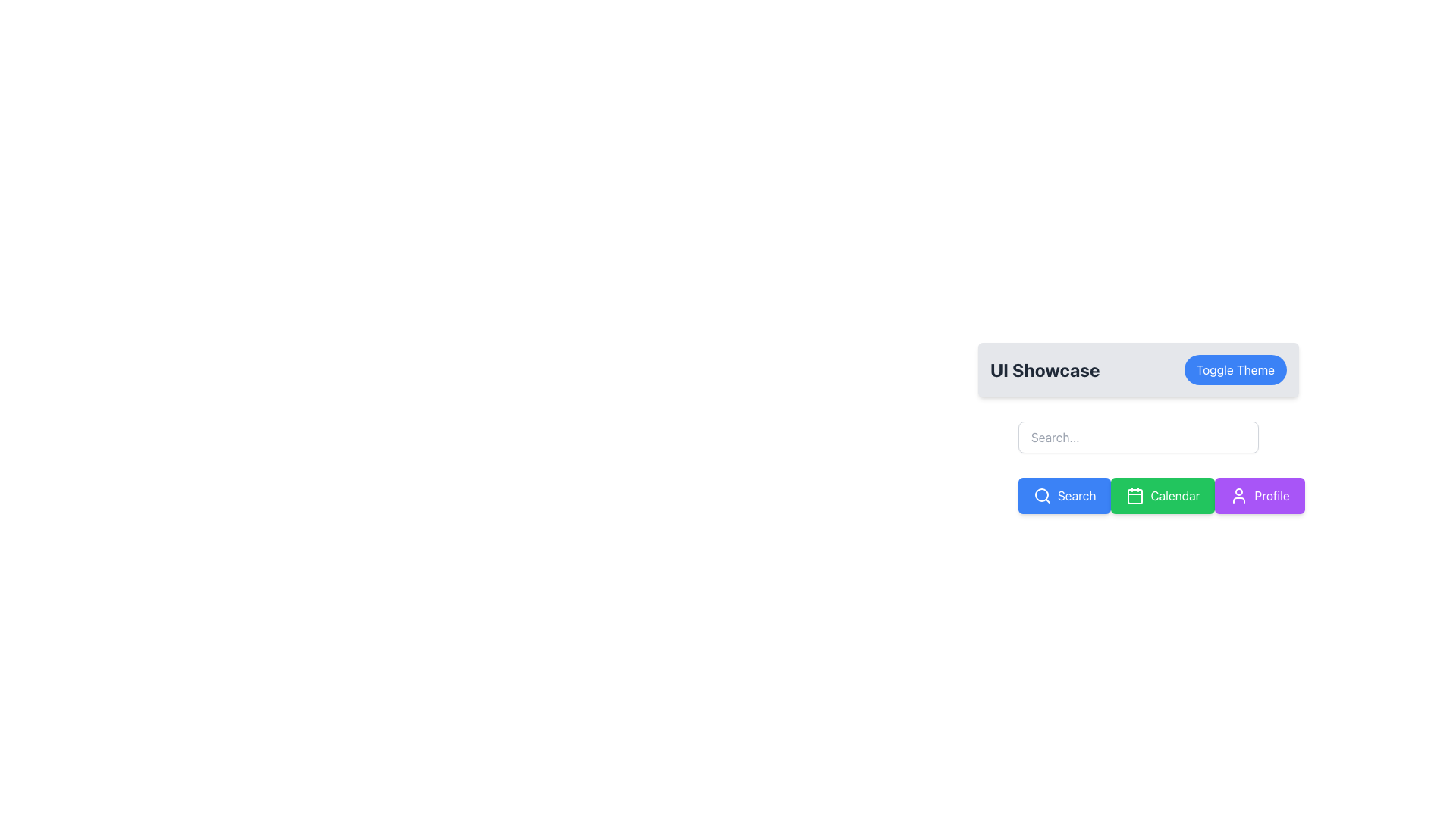 The width and height of the screenshot is (1456, 819). I want to click on the navigation button located as the third button in a horizontal row at the bottom of the UI Showcase section, so click(1260, 496).